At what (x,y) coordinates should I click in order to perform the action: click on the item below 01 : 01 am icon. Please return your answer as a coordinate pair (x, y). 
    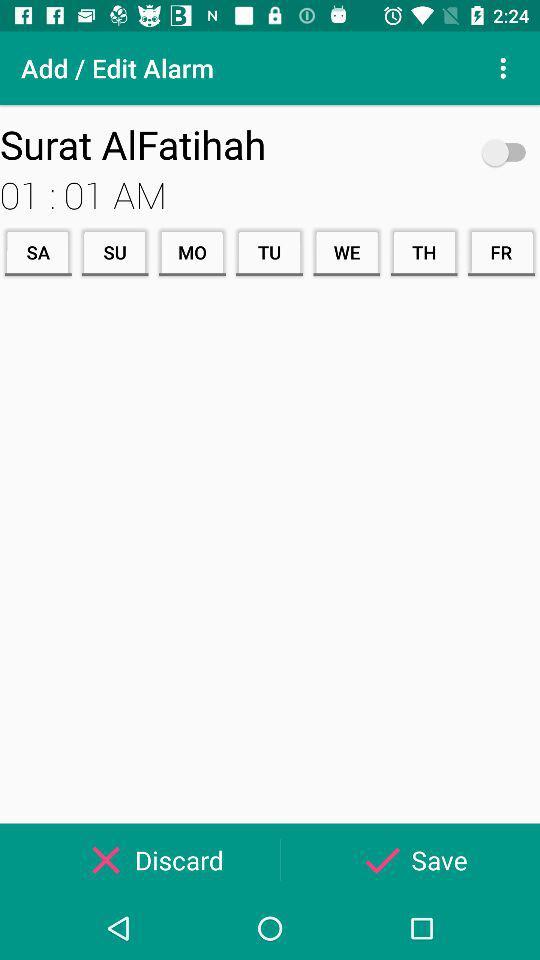
    Looking at the image, I should click on (345, 251).